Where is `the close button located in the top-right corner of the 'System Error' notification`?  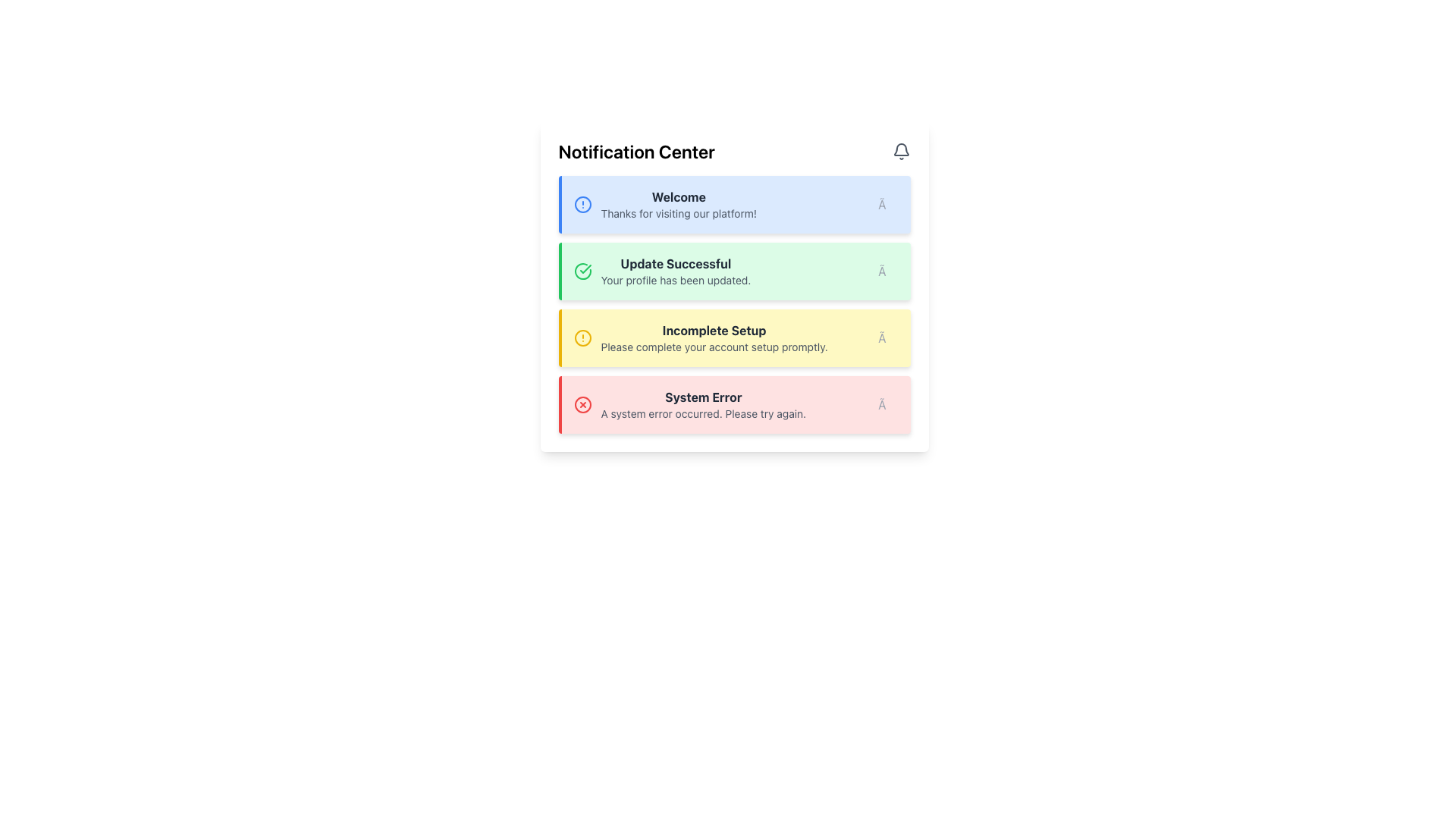 the close button located in the top-right corner of the 'System Error' notification is located at coordinates (888, 403).